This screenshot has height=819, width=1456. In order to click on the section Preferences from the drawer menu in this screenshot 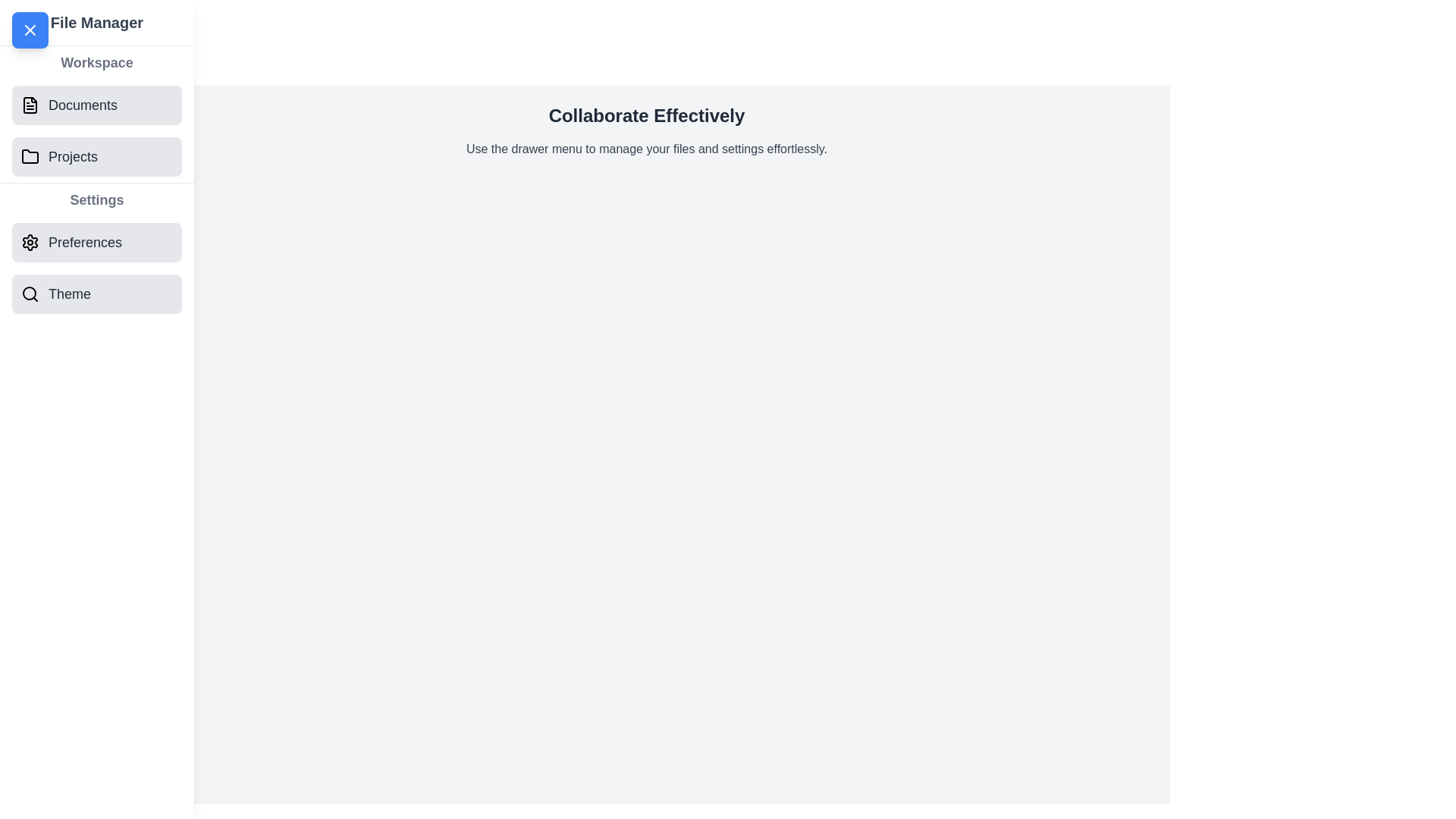, I will do `click(96, 242)`.